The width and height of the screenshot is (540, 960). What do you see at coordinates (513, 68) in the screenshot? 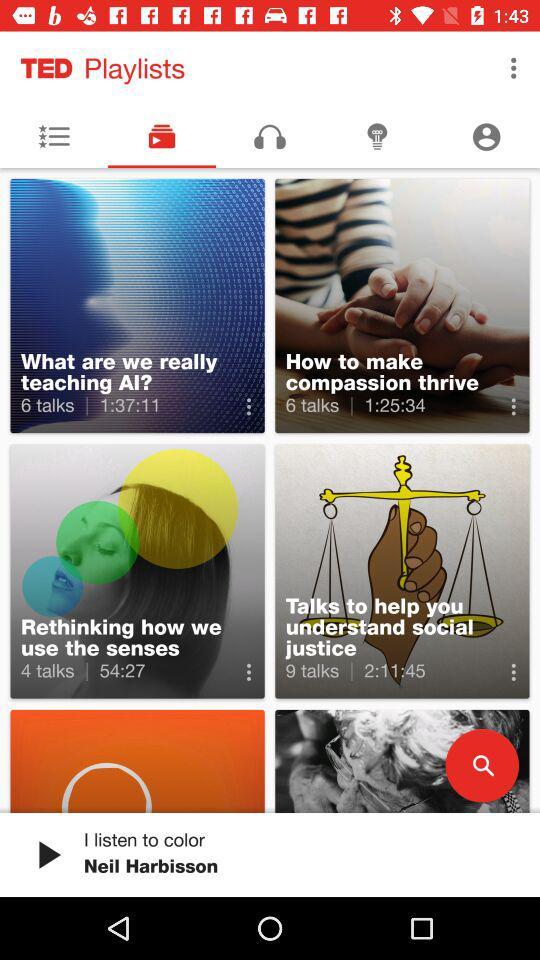
I see `the icon next to the playlists item` at bounding box center [513, 68].